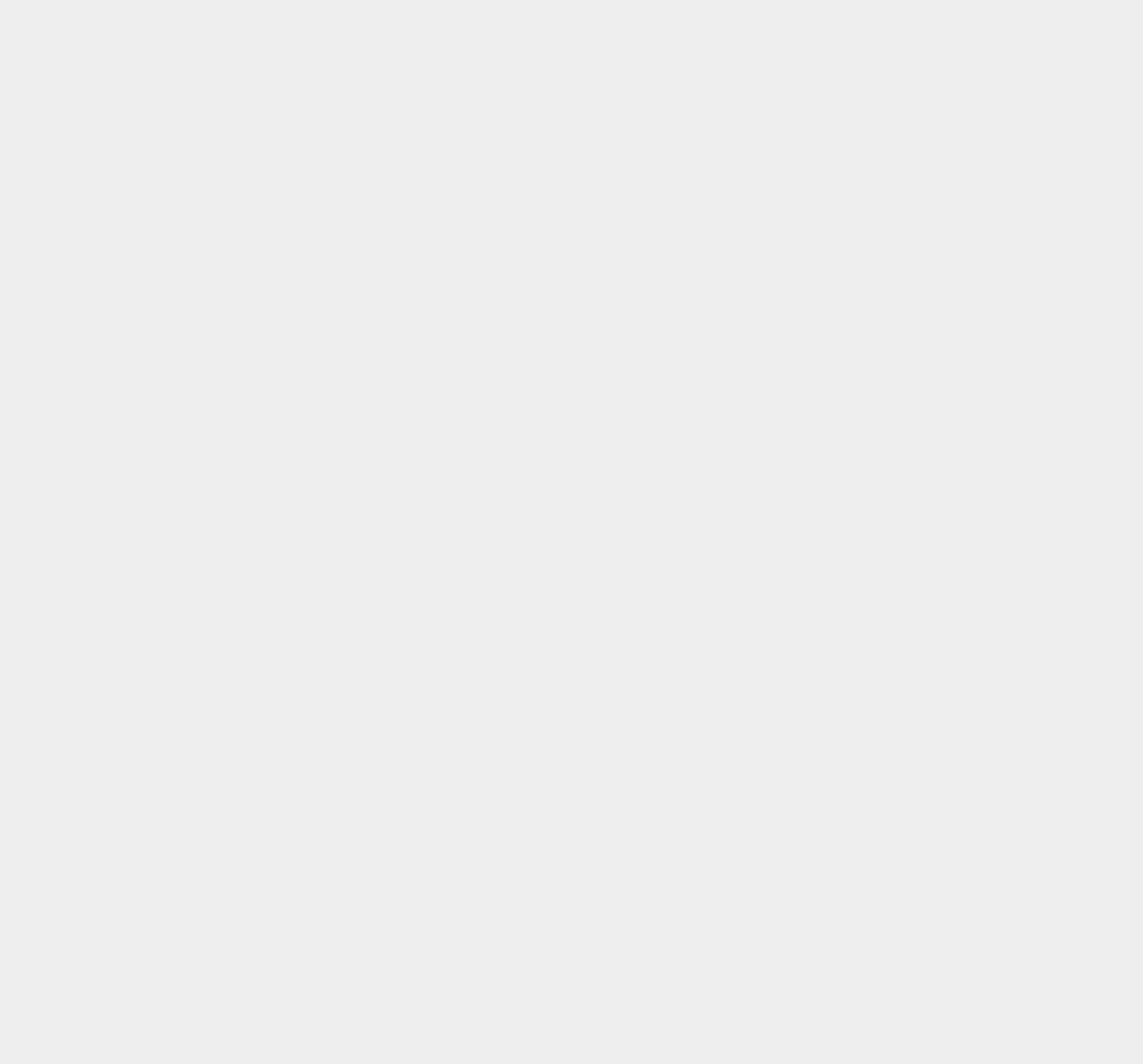 The width and height of the screenshot is (1143, 1064). I want to click on 'Google Penguins', so click(860, 701).